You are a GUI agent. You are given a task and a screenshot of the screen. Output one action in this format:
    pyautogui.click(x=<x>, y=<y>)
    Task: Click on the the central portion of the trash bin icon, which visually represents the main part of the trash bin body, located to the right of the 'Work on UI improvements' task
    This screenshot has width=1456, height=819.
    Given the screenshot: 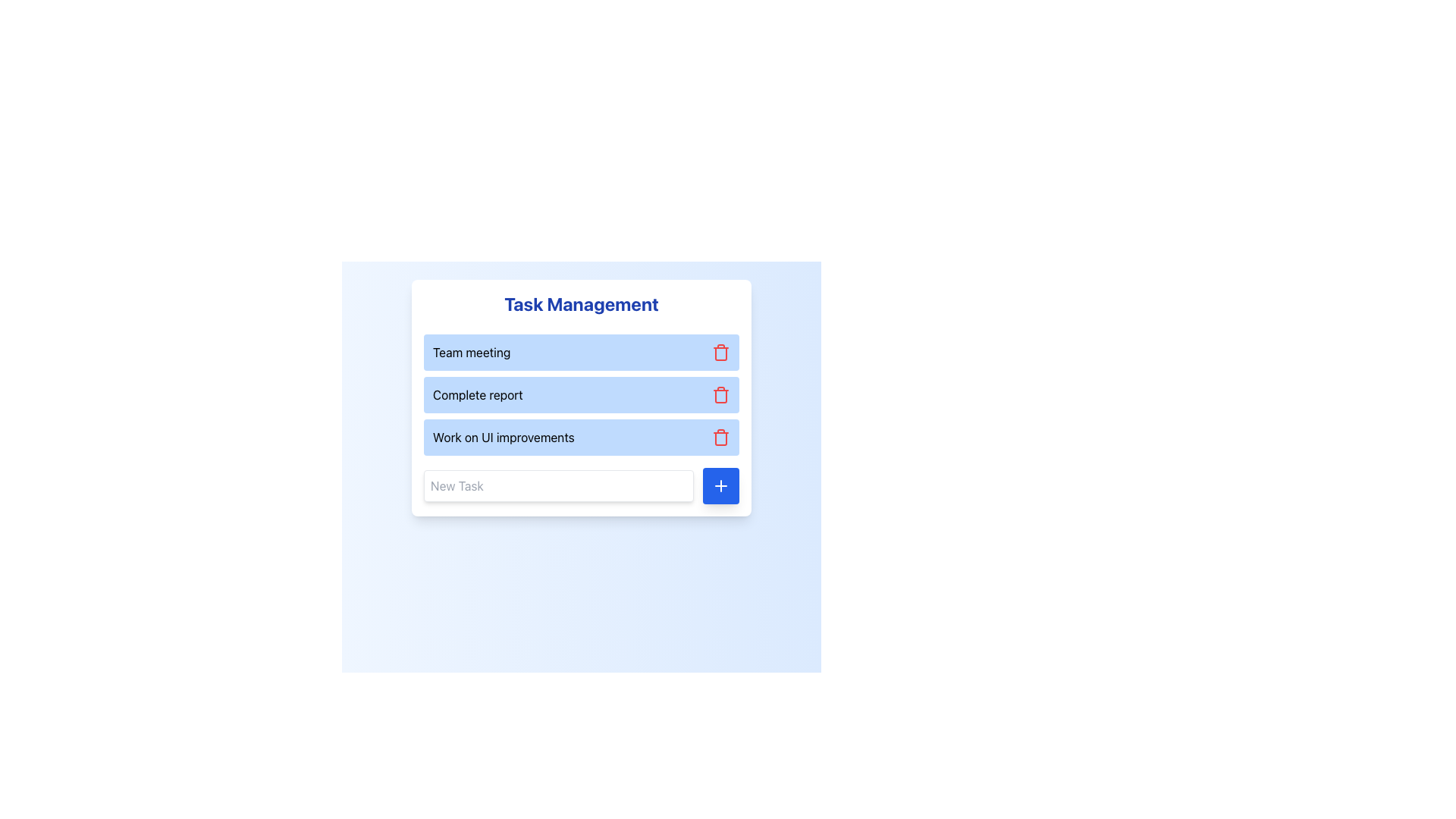 What is the action you would take?
    pyautogui.click(x=720, y=438)
    